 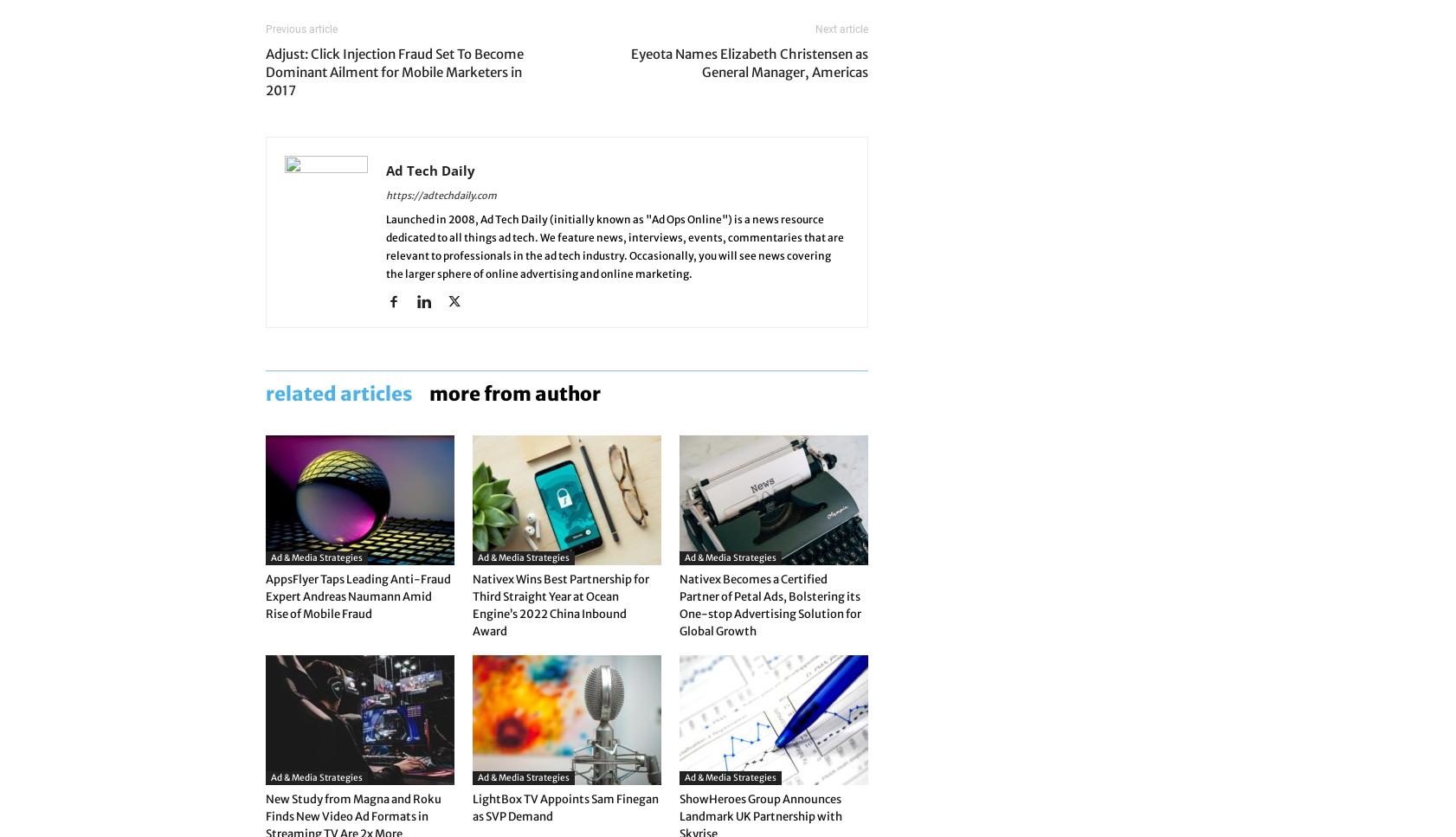 What do you see at coordinates (472, 806) in the screenshot?
I see `'LightBox TV Appoints Sam Finegan as SVP Demand'` at bounding box center [472, 806].